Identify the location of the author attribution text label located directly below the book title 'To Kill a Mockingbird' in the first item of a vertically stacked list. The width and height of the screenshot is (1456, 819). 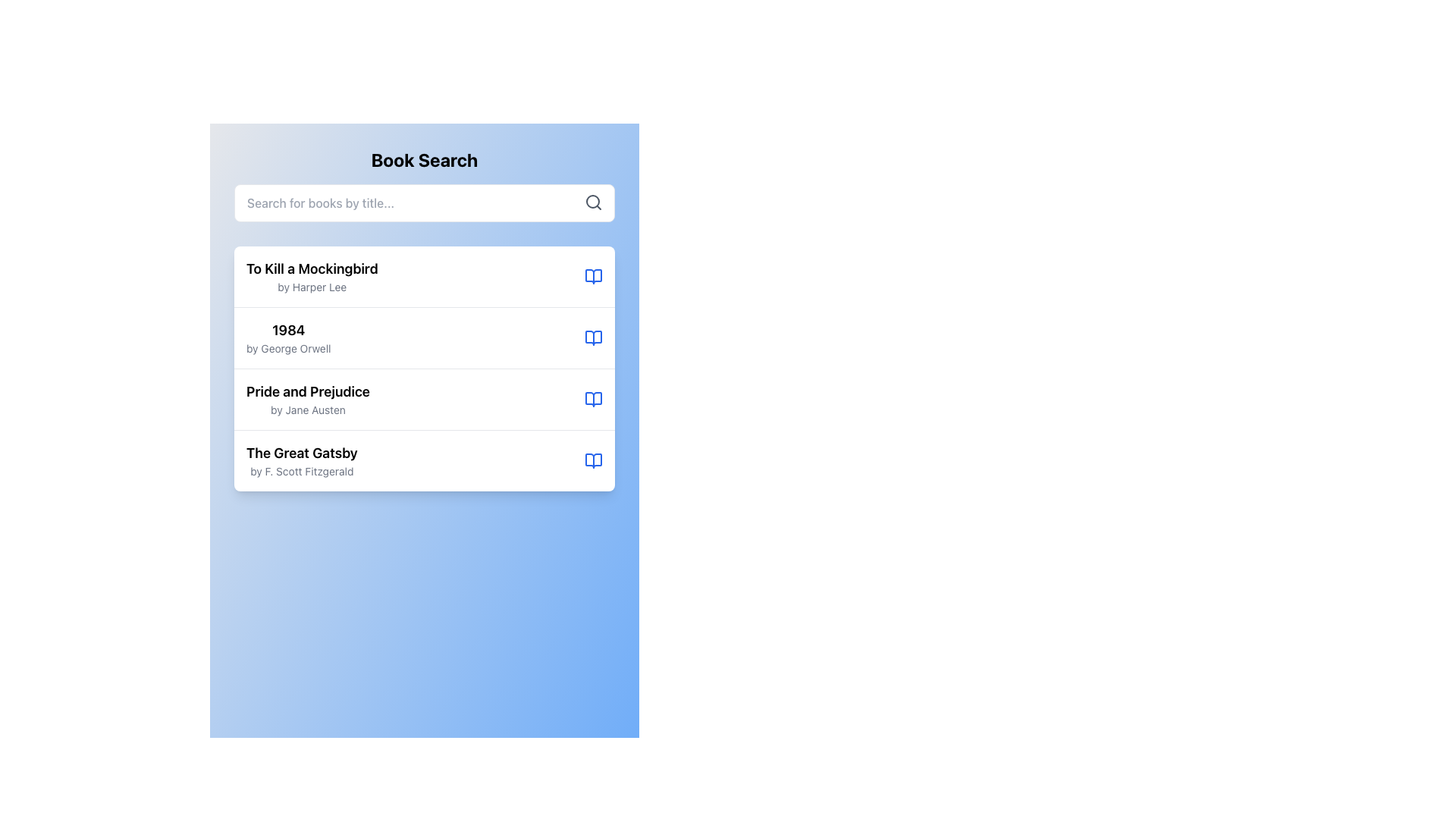
(311, 287).